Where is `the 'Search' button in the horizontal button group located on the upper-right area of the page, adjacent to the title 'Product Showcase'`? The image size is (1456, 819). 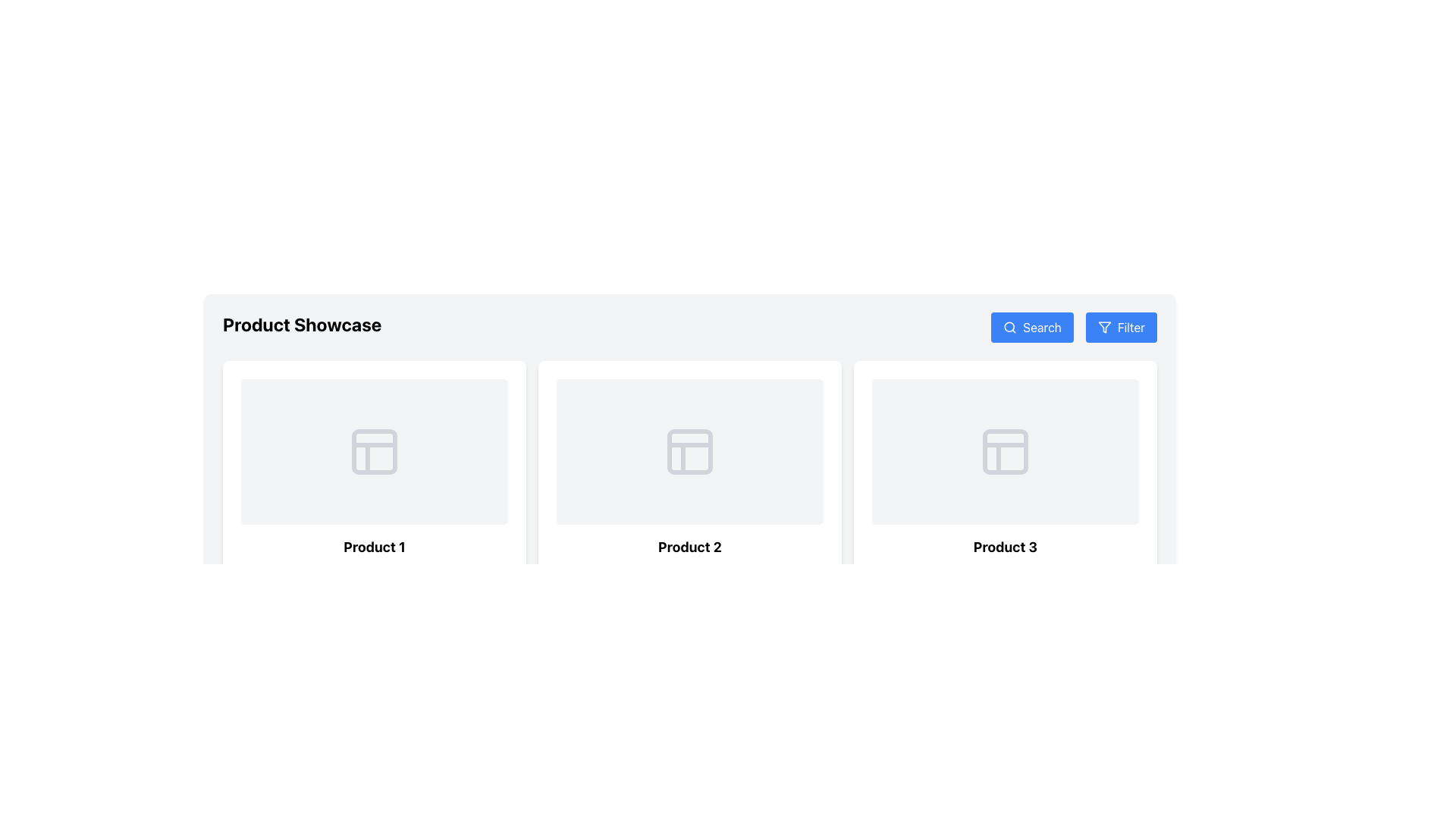
the 'Search' button in the horizontal button group located on the upper-right area of the page, adjacent to the title 'Product Showcase' is located at coordinates (1073, 327).